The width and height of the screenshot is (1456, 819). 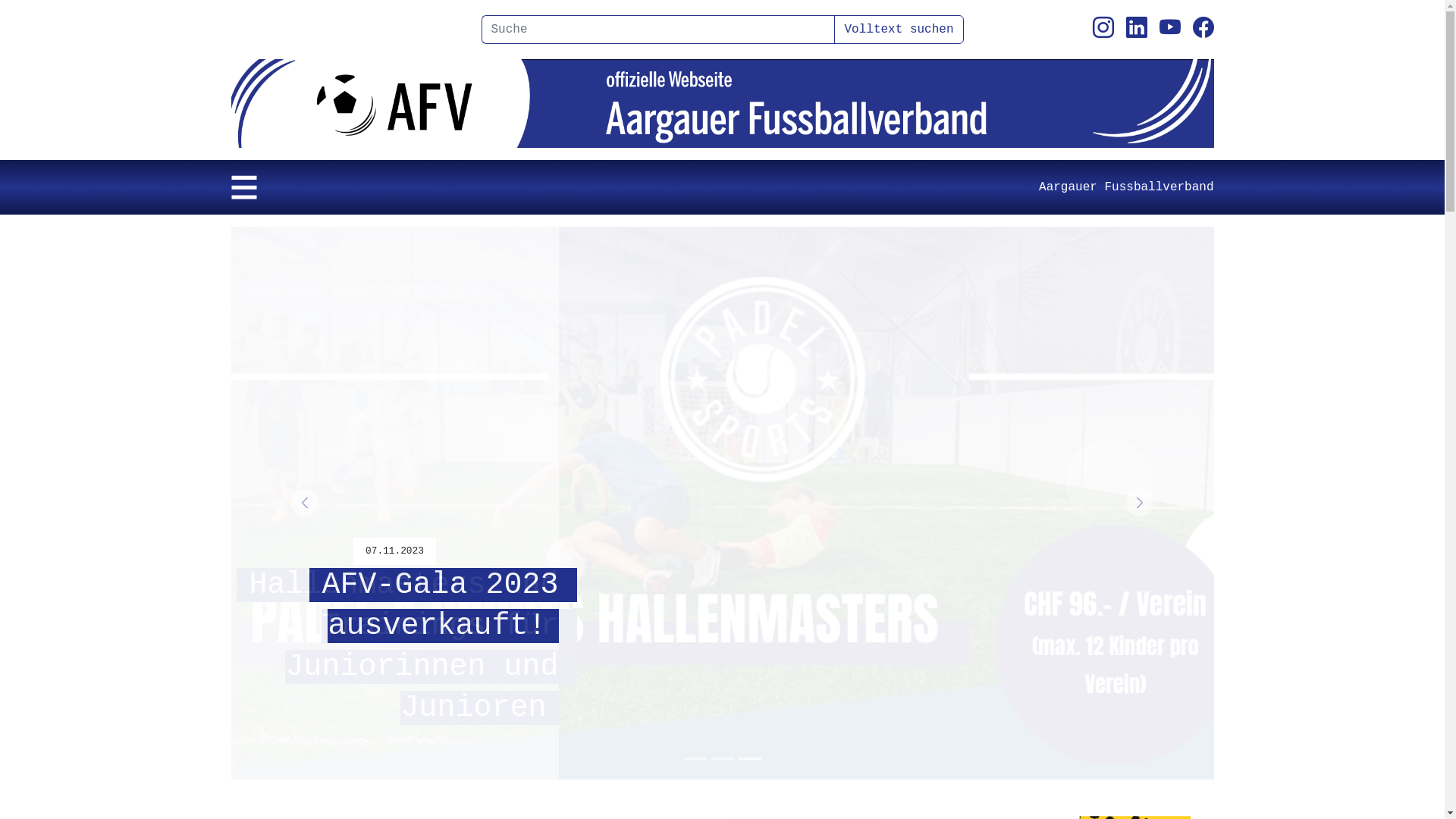 I want to click on 'Linkedin', so click(x=1135, y=29).